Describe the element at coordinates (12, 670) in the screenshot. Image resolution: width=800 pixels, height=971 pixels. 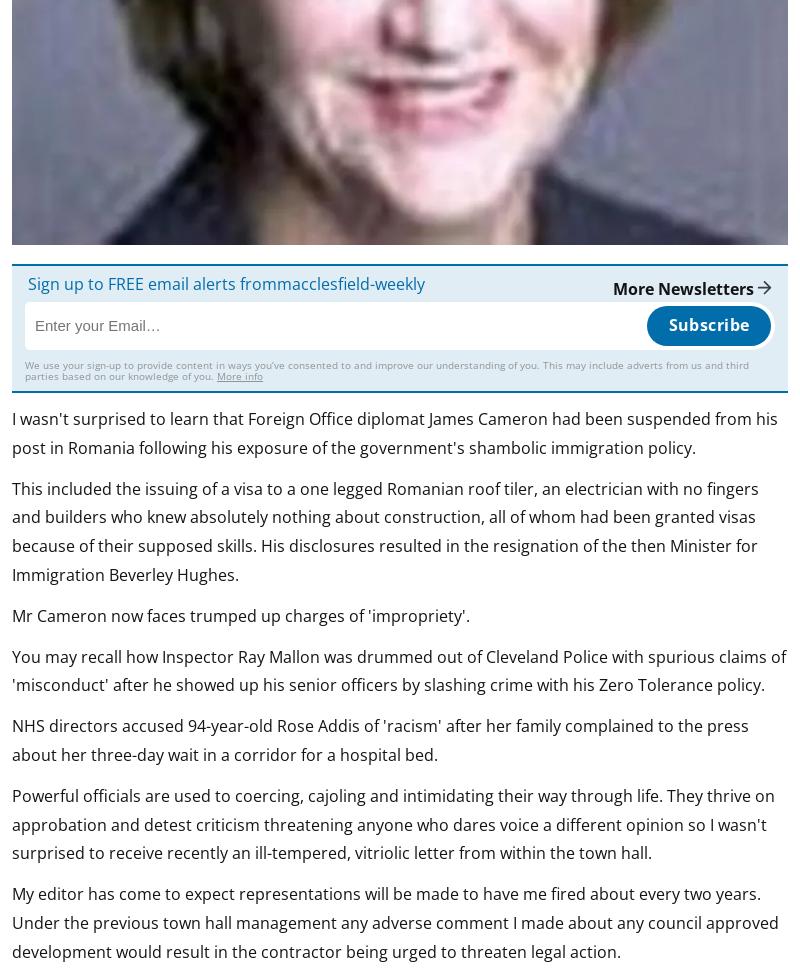
I see `'You may recall how Inspector Ray Mallon was drummed out of Cleveland Police with spurious claims of 'misconduct' after he showed up his senior officers by slashing crime with his Zero Tolerance policy.'` at that location.